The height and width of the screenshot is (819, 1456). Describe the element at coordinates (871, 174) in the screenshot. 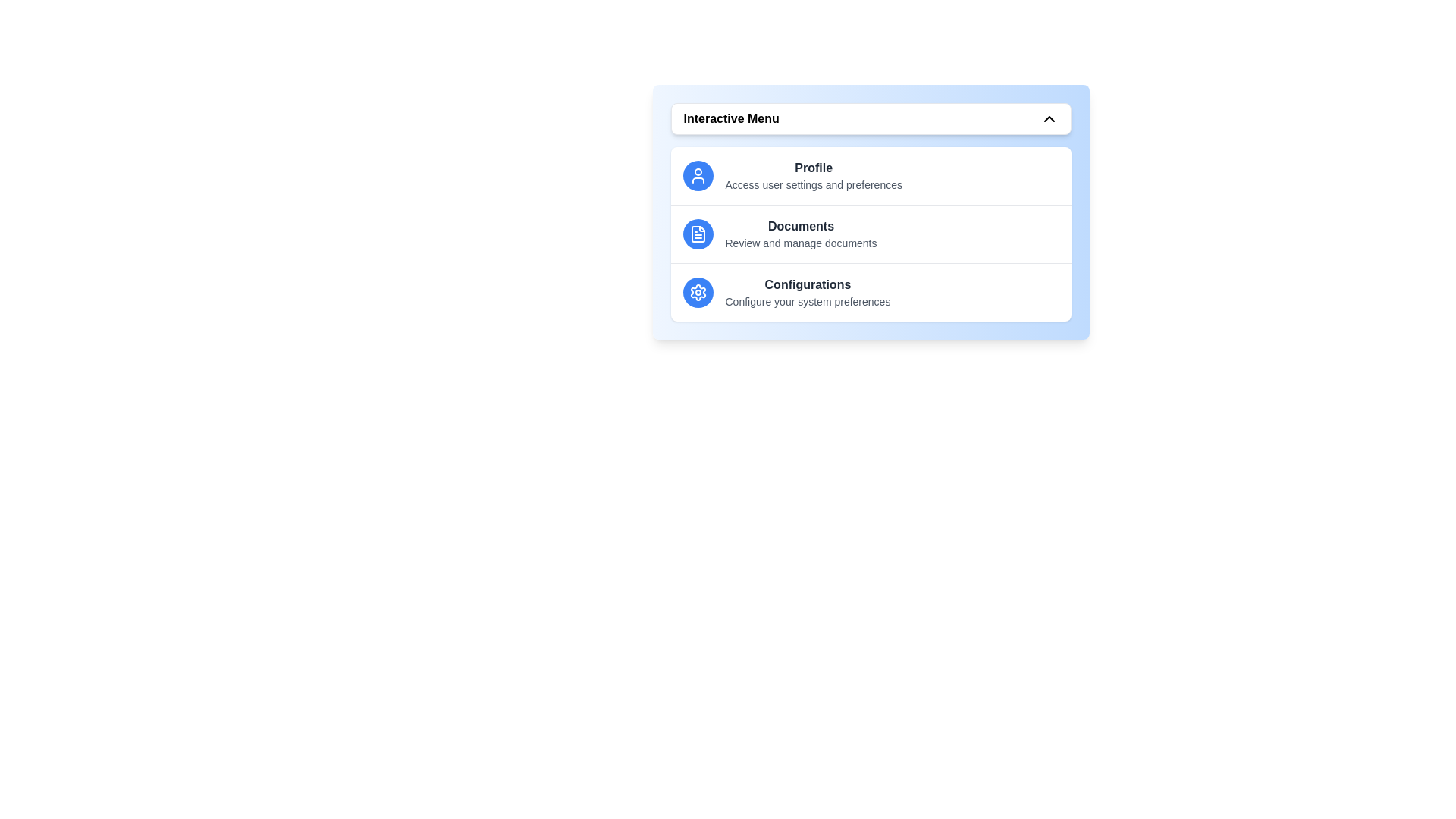

I see `the menu item Profile by clicking on it` at that location.